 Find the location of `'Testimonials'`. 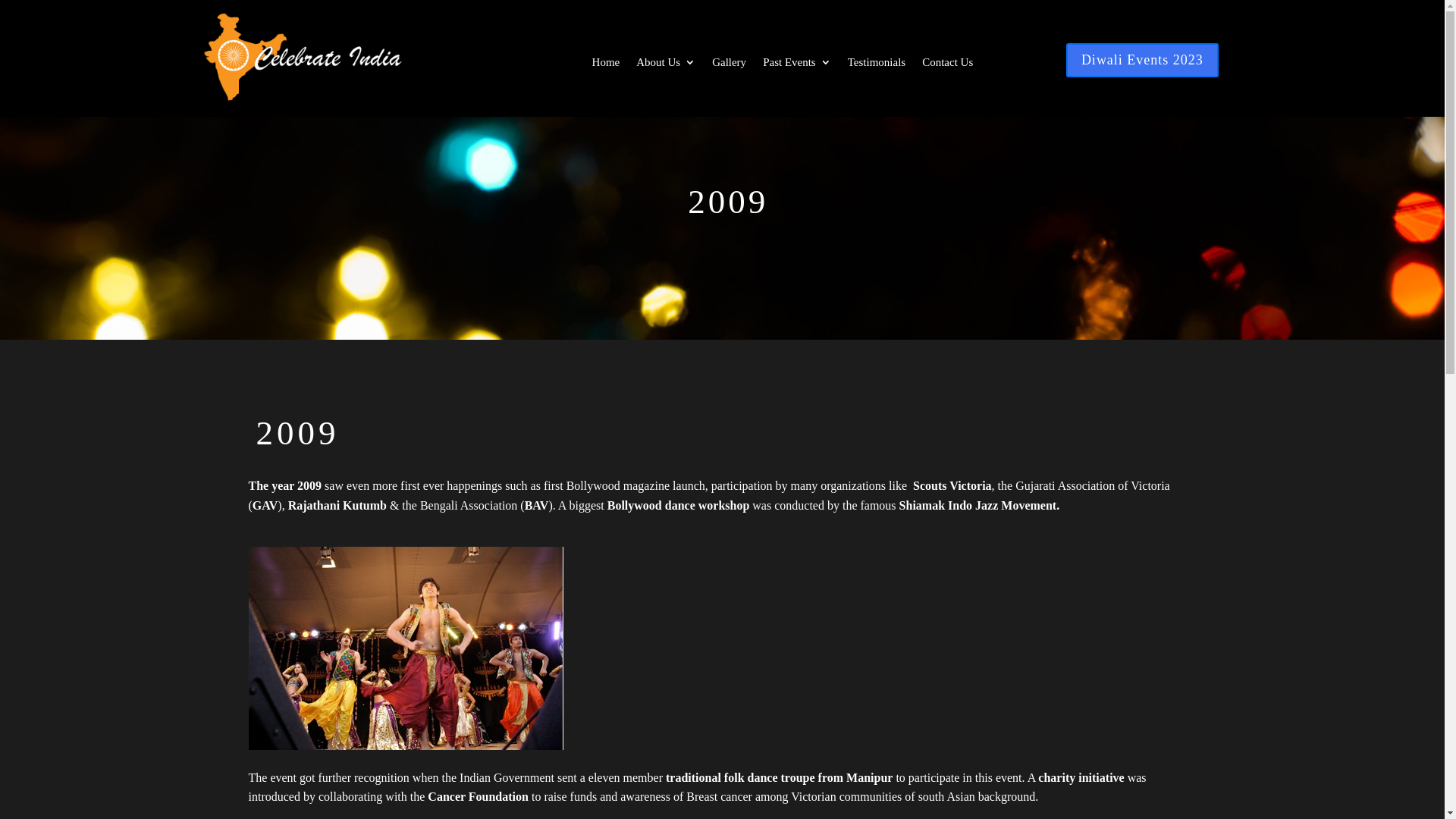

'Testimonials' is located at coordinates (877, 64).